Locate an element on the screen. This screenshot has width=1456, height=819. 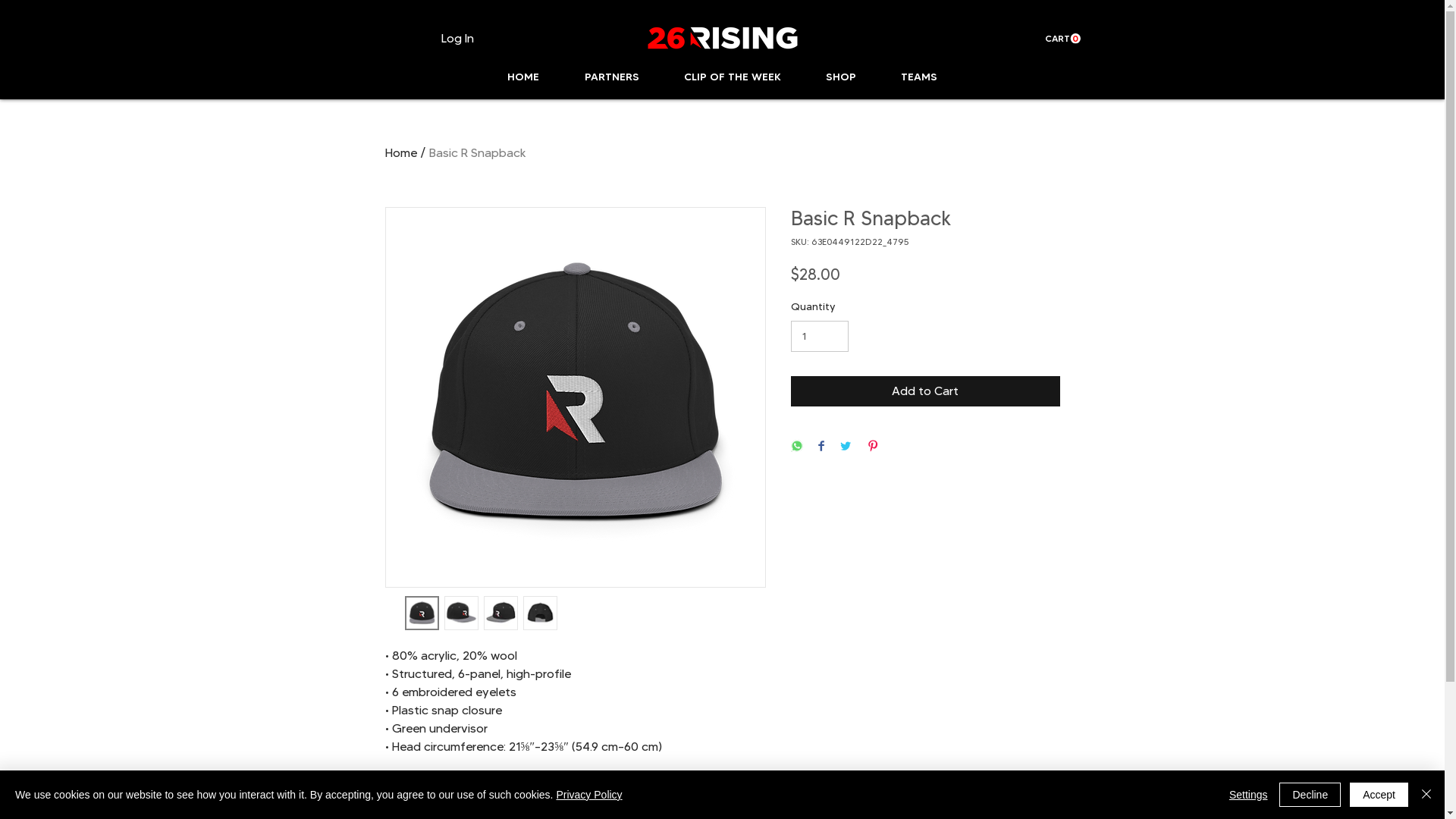
'Privacy Policy' is located at coordinates (555, 794).